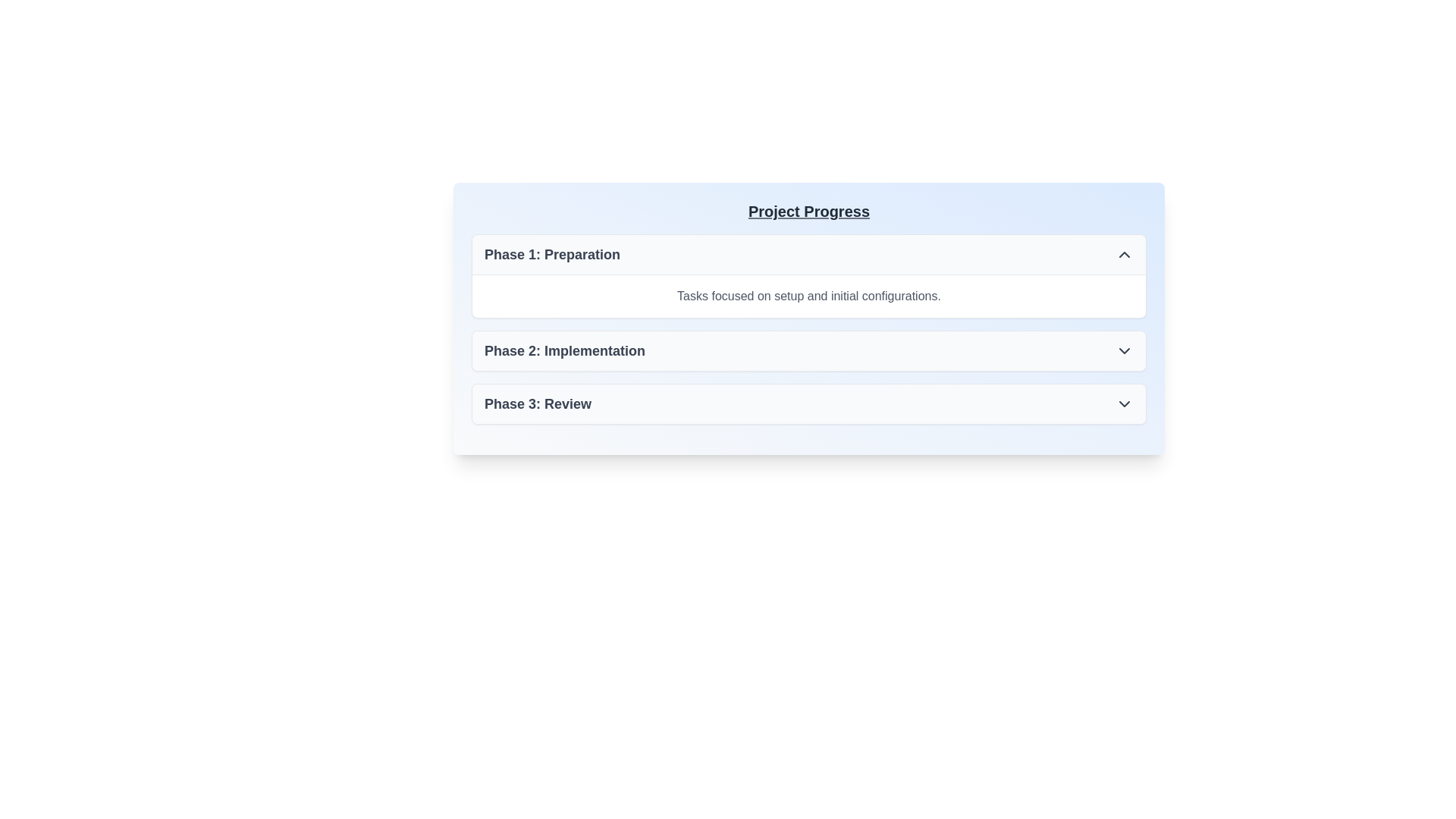  Describe the element at coordinates (1125, 350) in the screenshot. I see `the downward-facing chevron-shaped icon located to the right of the text 'Phase 2: Implementation'` at that location.